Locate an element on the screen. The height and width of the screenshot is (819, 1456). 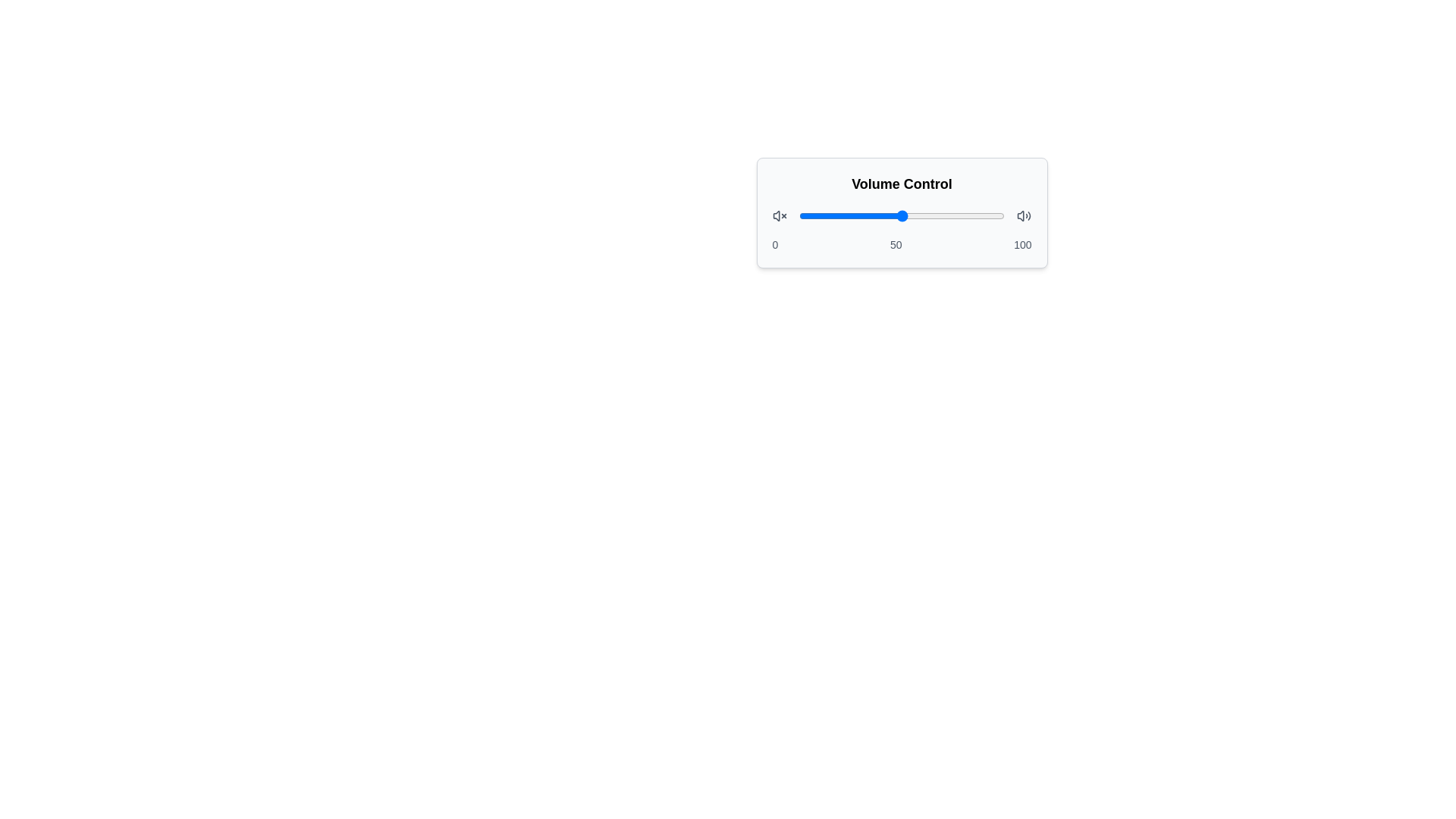
the slider to set the volume to 3 is located at coordinates (804, 216).